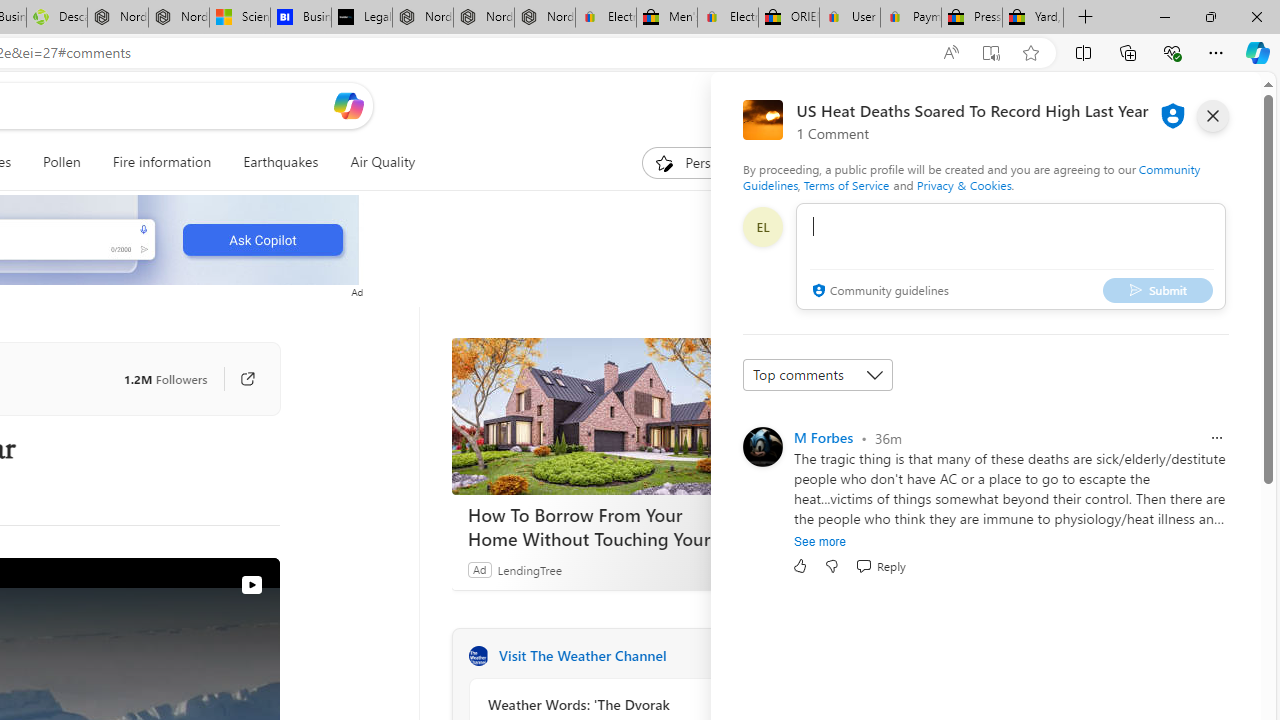 This screenshot has width=1280, height=720. Describe the element at coordinates (964, 185) in the screenshot. I see `'Privacy & Cookies'` at that location.